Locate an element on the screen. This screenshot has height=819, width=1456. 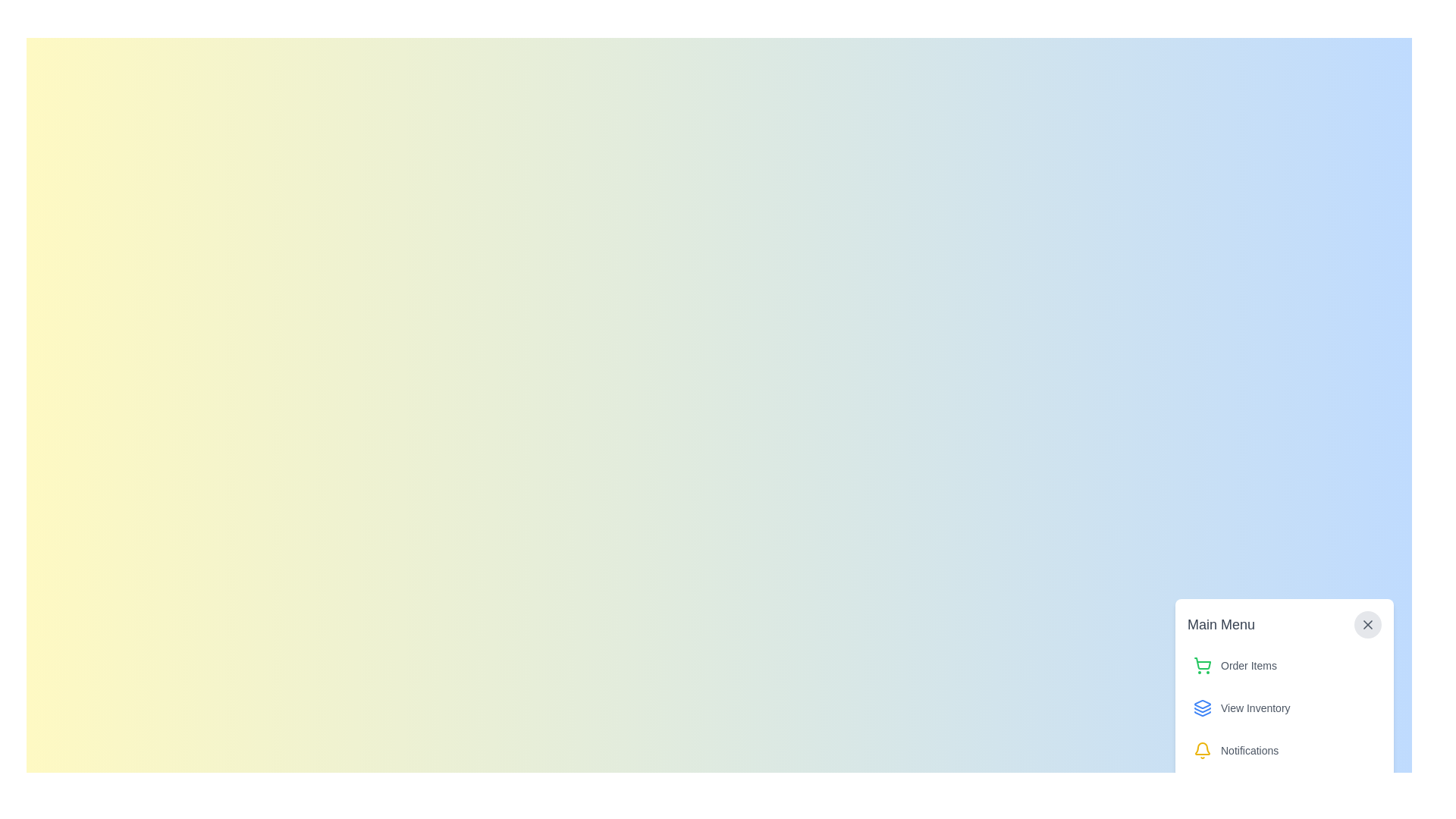
the 'View Inventory' interactive menu item, which is the second item in the vertical menu under the 'Main Menu' header, located between 'Order Items' and 'Notifications' is located at coordinates (1284, 708).